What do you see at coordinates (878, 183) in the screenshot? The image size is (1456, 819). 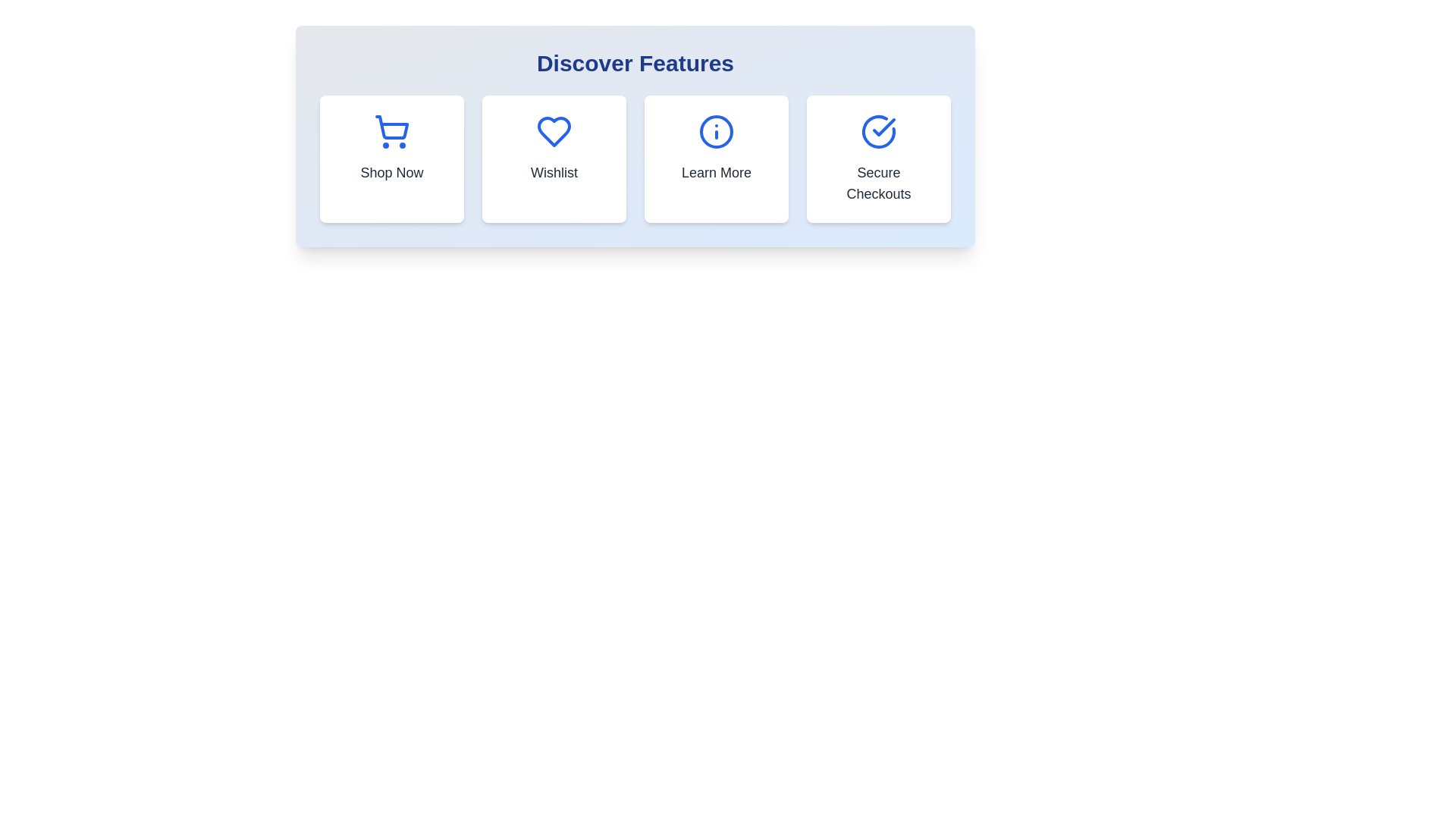 I see `the text label displaying 'Secure Checkouts' in dark gray font, centered alignment, with two lines of text and a bold style, located in the fourth feature of the 'Discover Features' group` at bounding box center [878, 183].